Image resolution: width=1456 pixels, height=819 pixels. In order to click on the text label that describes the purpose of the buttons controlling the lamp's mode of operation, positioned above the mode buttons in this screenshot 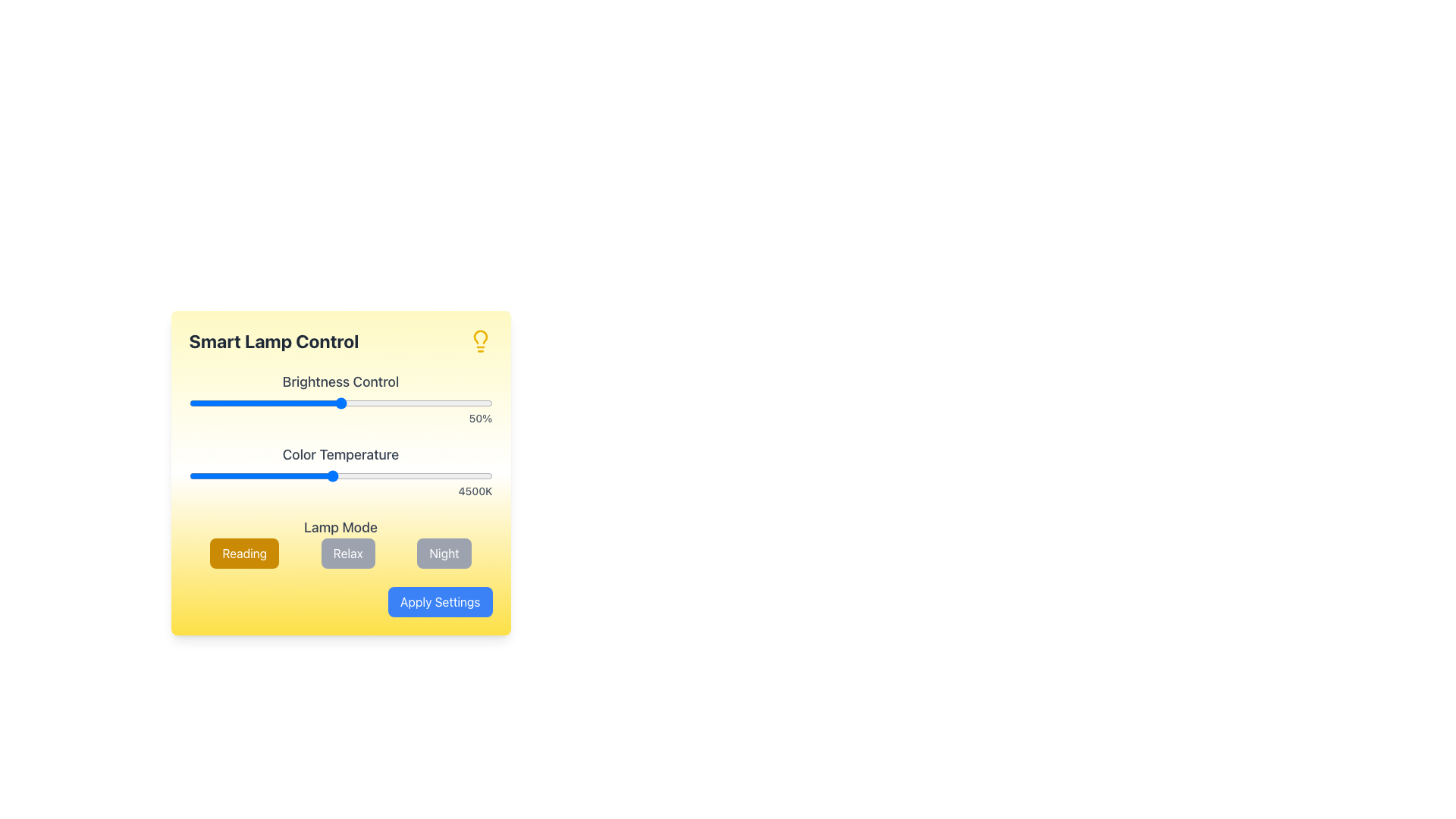, I will do `click(340, 526)`.